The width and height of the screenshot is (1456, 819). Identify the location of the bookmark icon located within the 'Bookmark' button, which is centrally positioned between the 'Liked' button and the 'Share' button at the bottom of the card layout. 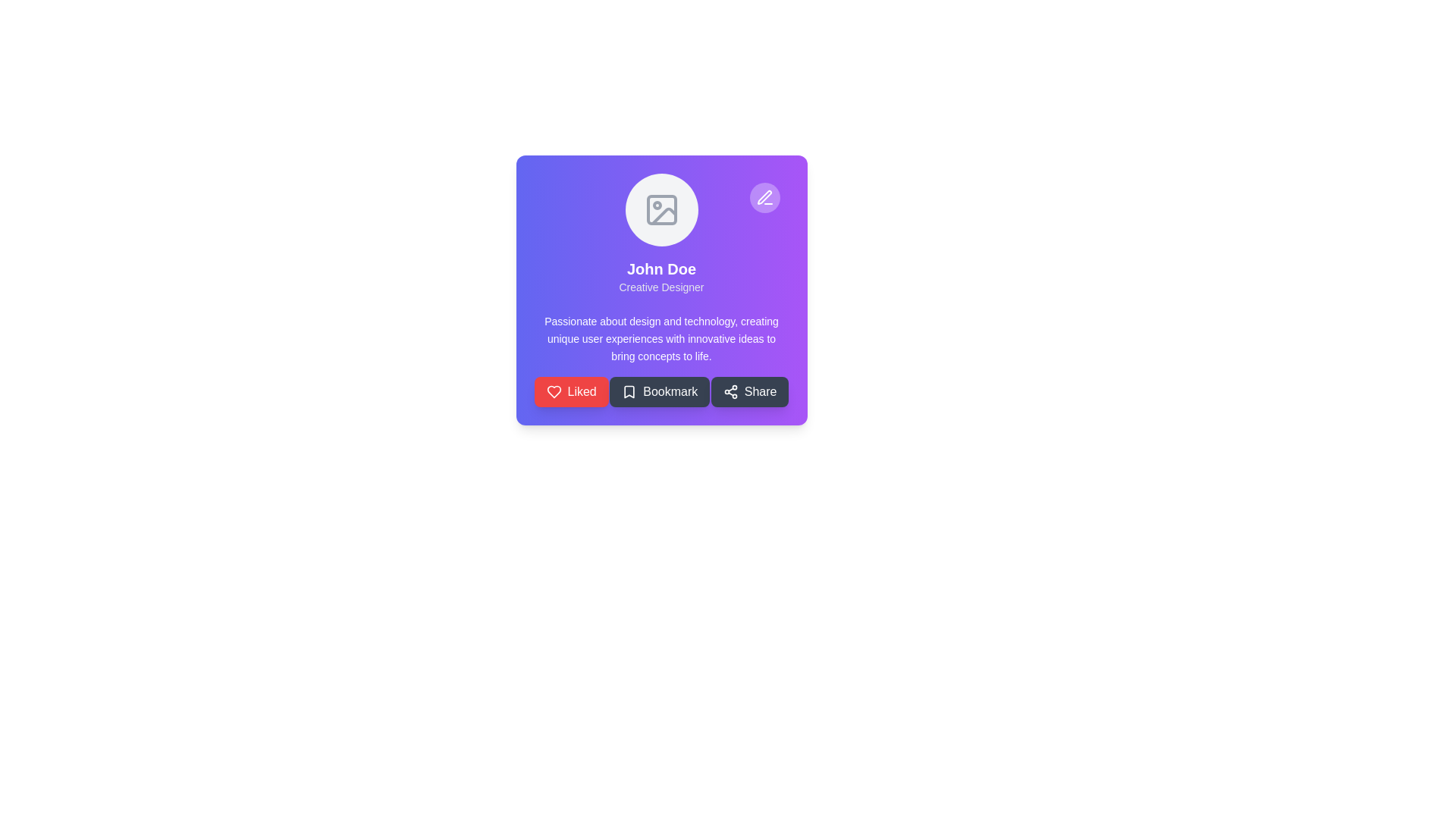
(629, 391).